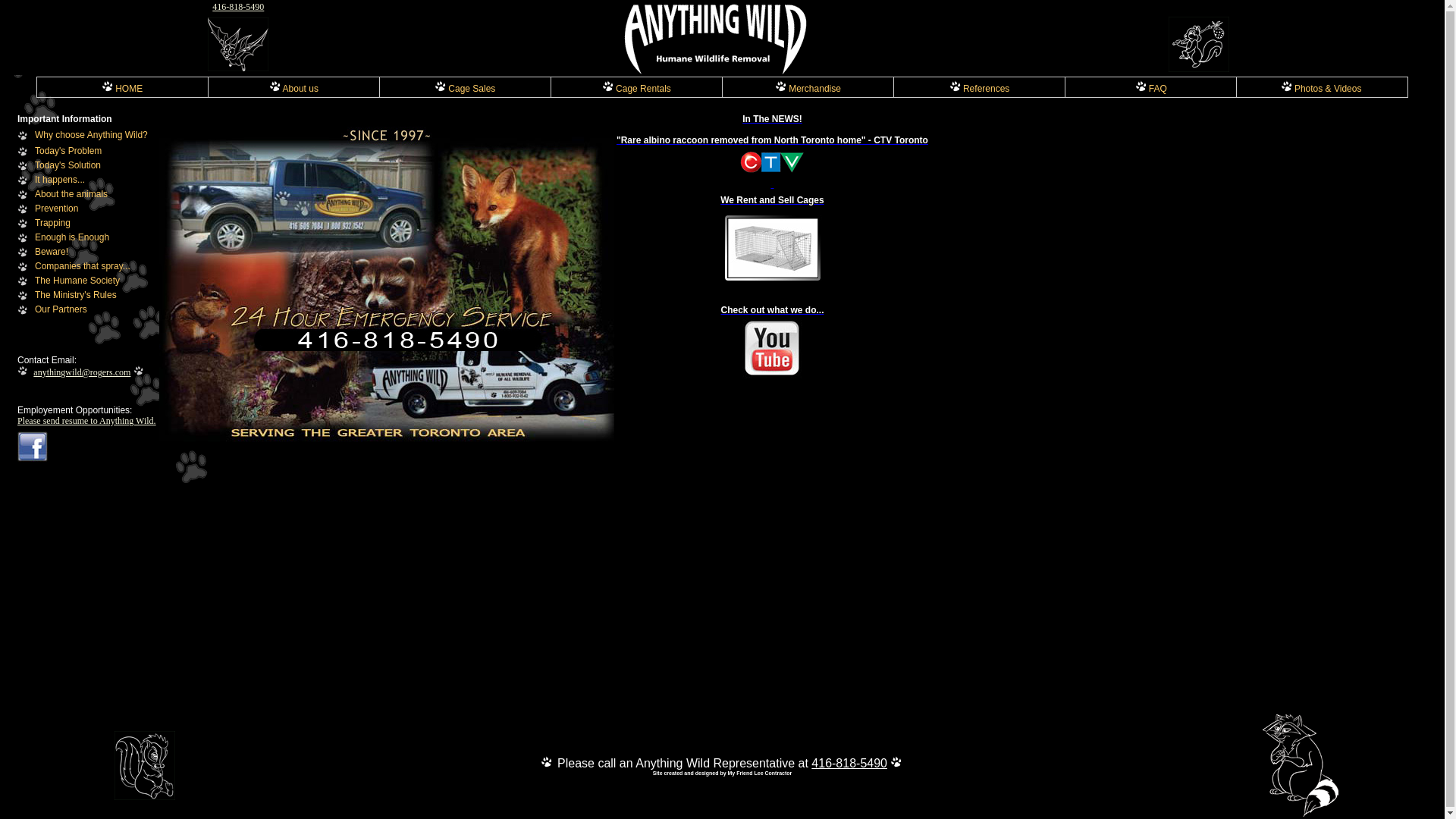 The width and height of the screenshot is (1456, 819). What do you see at coordinates (56, 208) in the screenshot?
I see `'Prevention'` at bounding box center [56, 208].